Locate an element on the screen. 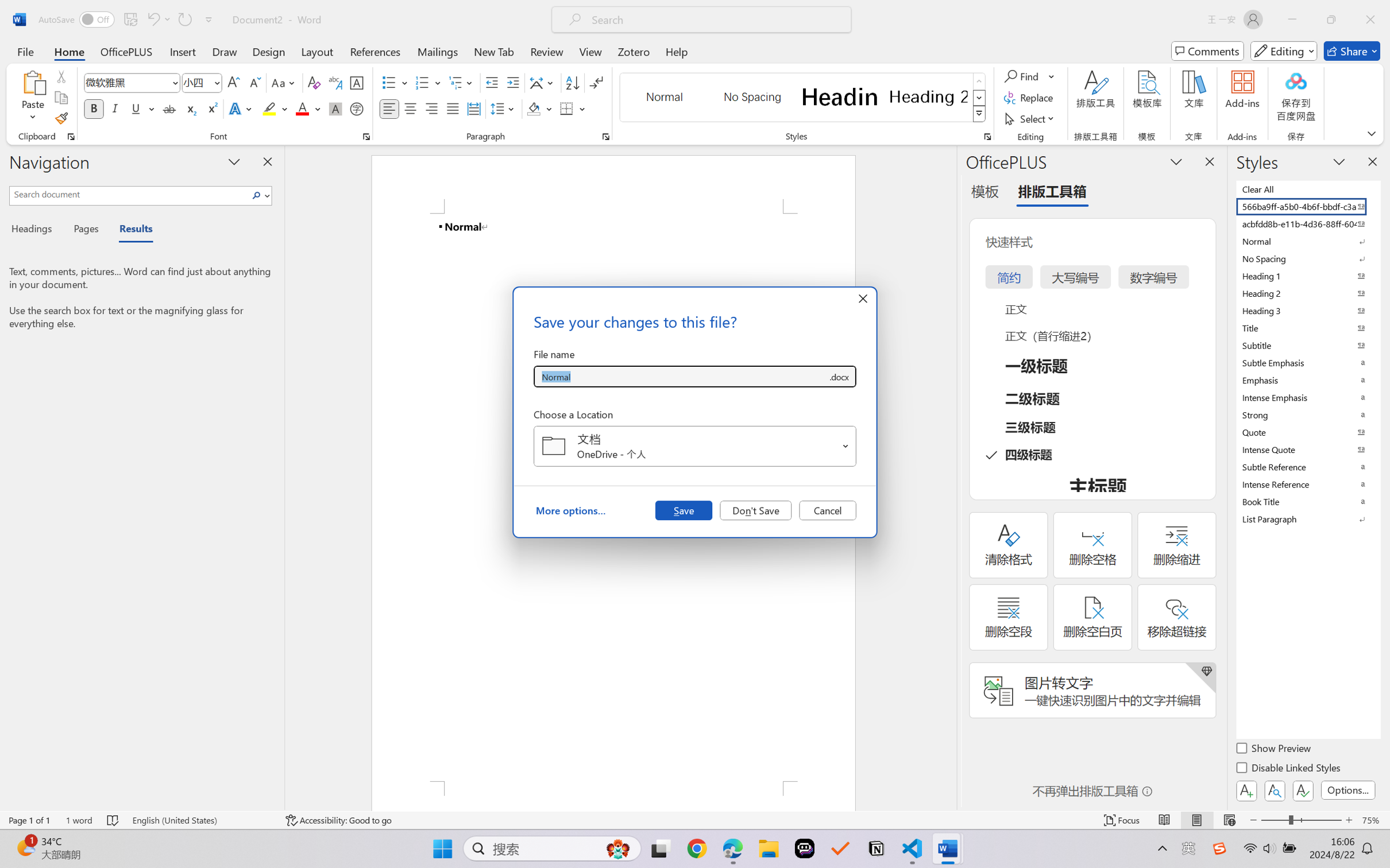  'Format Painter' is located at coordinates (60, 119).